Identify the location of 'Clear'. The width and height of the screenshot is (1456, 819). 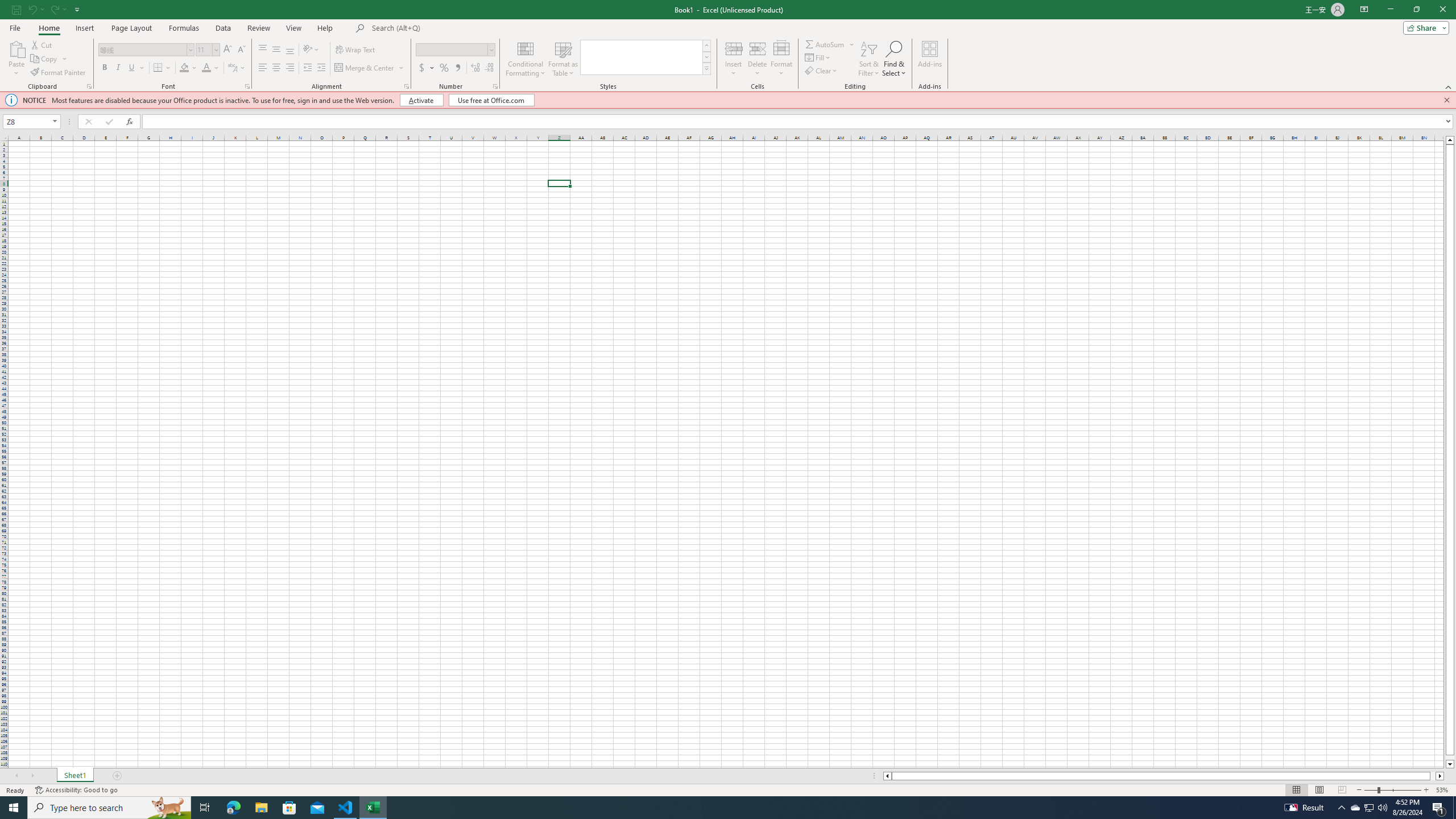
(822, 69).